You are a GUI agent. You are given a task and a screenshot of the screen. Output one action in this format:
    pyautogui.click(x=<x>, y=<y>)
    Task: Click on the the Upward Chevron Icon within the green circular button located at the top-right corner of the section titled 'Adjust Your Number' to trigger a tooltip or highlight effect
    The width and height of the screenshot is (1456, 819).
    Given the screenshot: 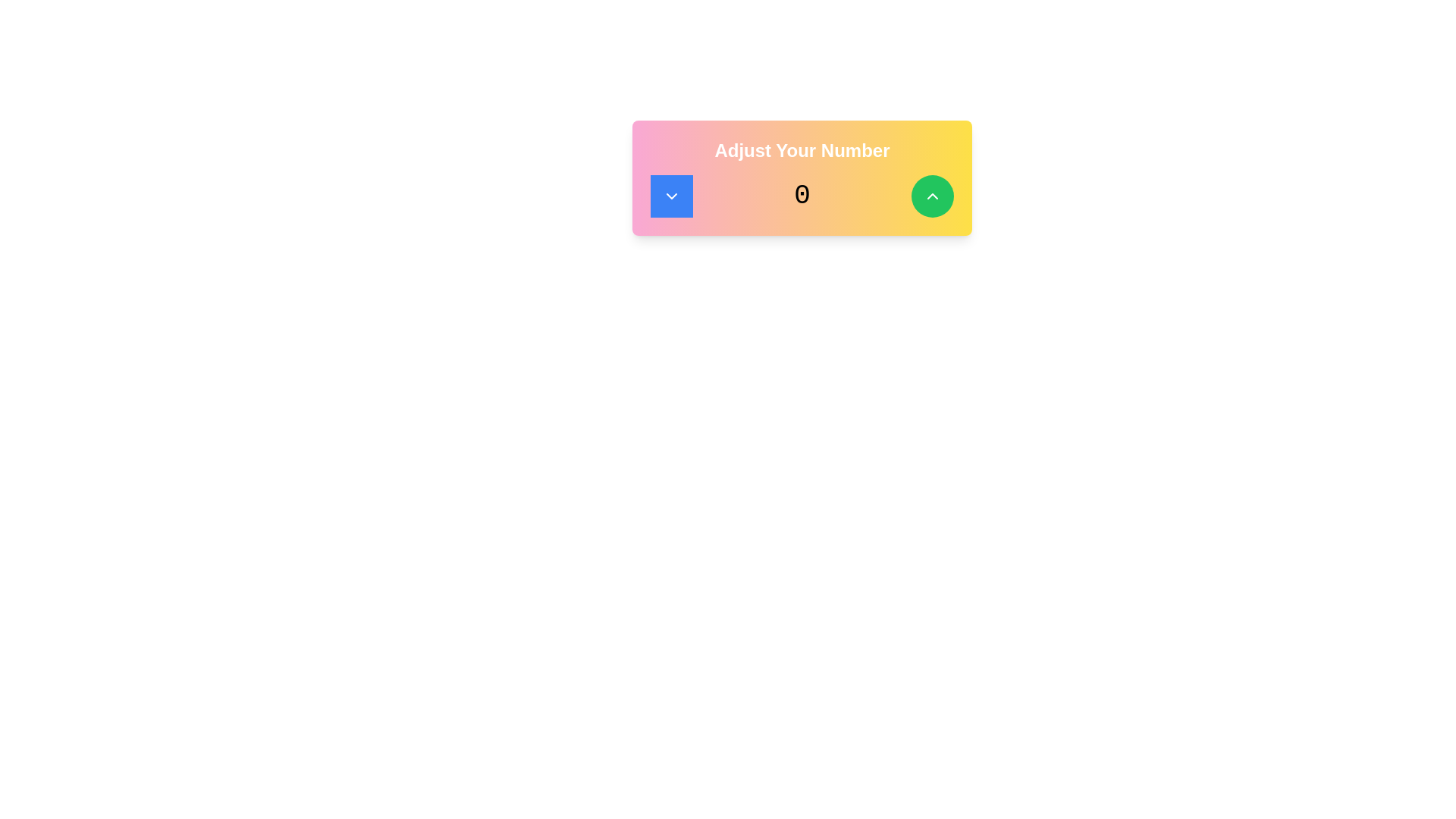 What is the action you would take?
    pyautogui.click(x=931, y=195)
    